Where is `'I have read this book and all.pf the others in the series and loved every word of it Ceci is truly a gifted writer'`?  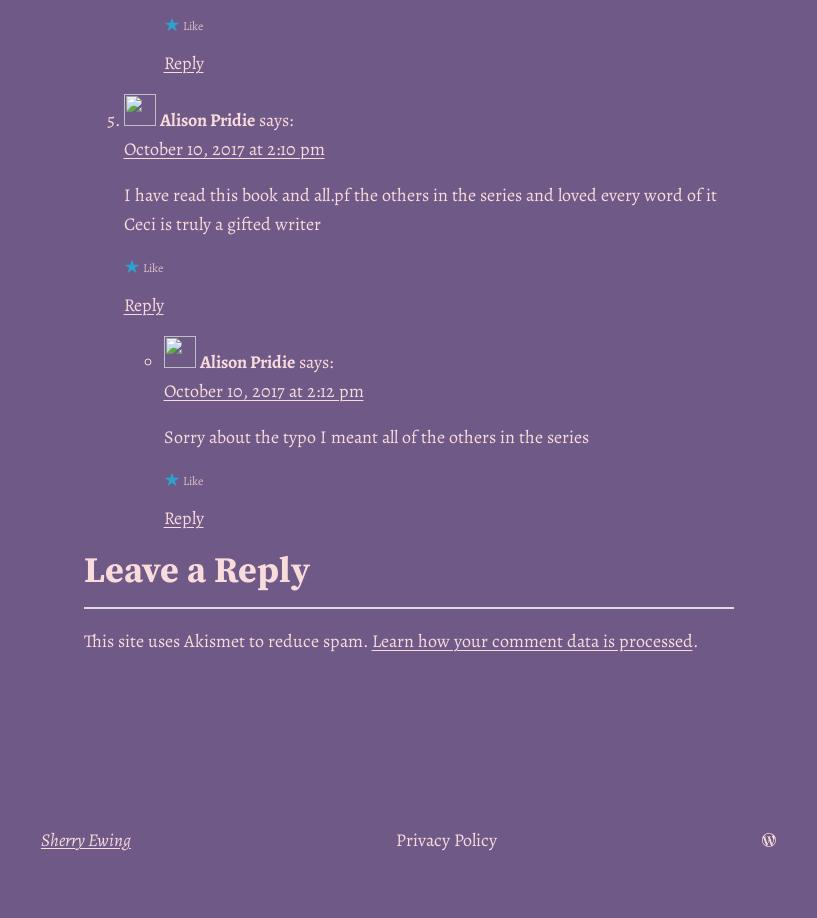
'I have read this book and all.pf the others in the series and loved every word of it Ceci is truly a gifted writer' is located at coordinates (123, 209).